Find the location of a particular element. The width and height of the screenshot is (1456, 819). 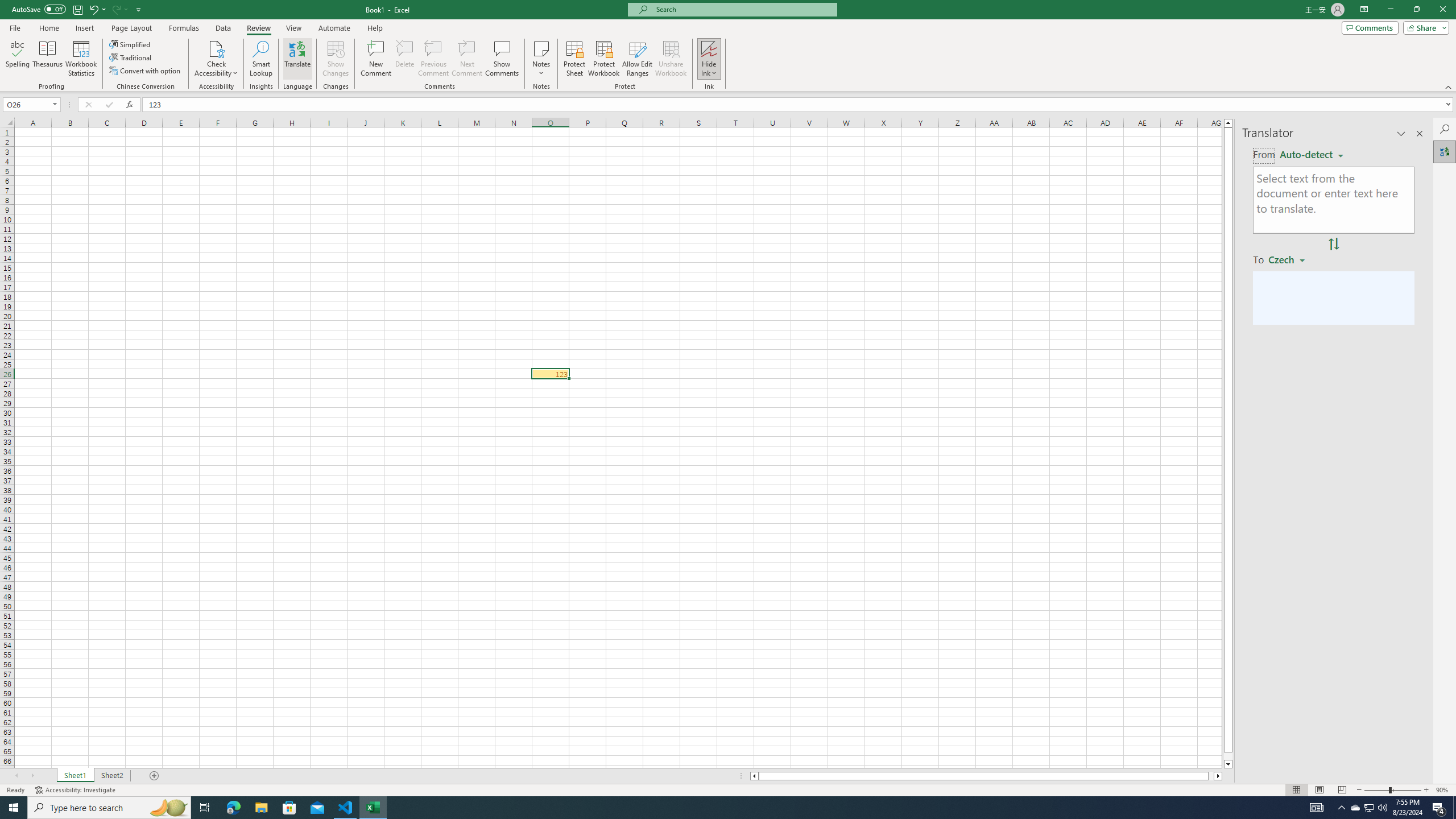

'Traditional' is located at coordinates (131, 56).